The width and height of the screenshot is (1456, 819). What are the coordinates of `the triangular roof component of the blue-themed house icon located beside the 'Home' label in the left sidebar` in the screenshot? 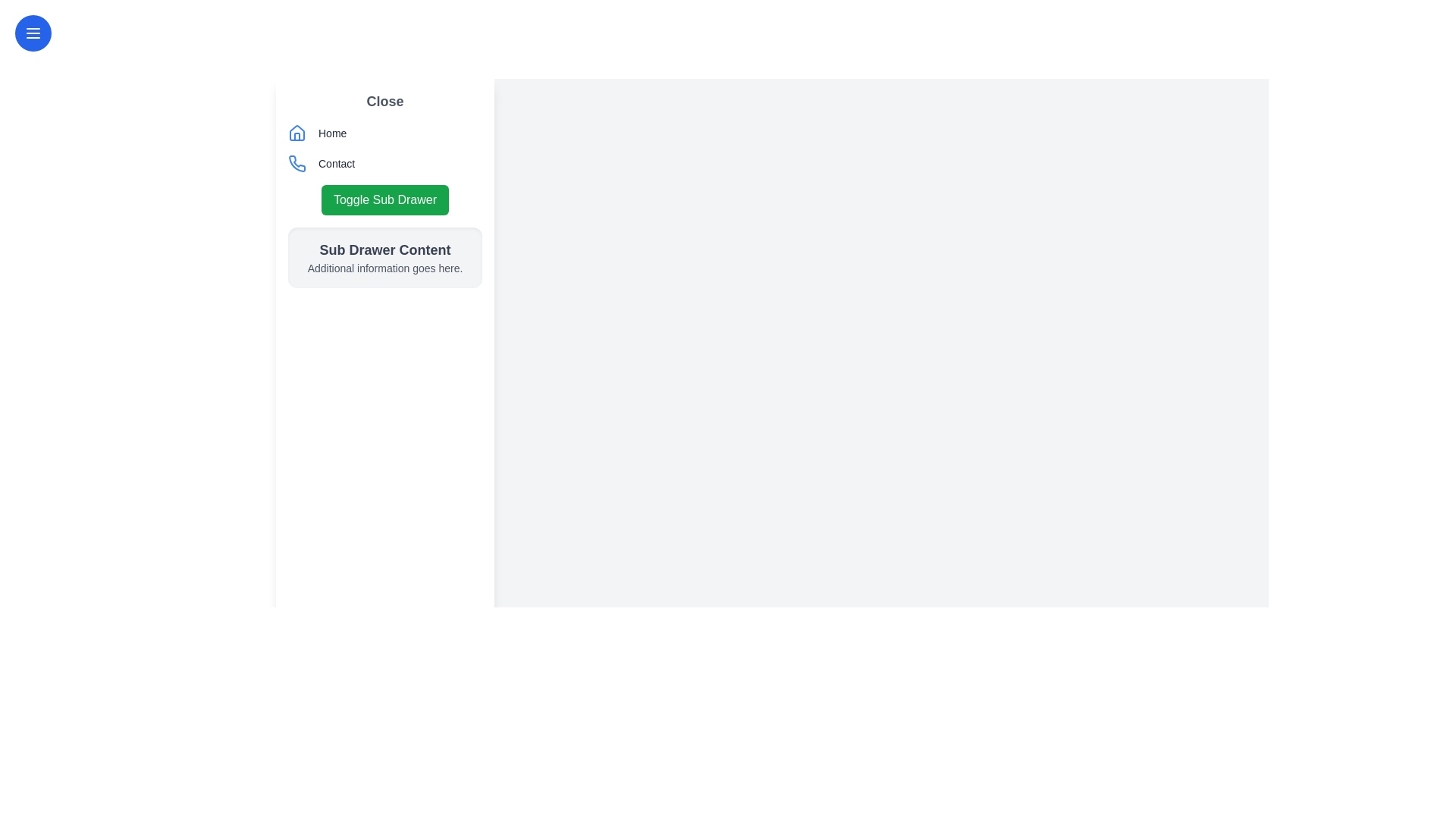 It's located at (297, 131).